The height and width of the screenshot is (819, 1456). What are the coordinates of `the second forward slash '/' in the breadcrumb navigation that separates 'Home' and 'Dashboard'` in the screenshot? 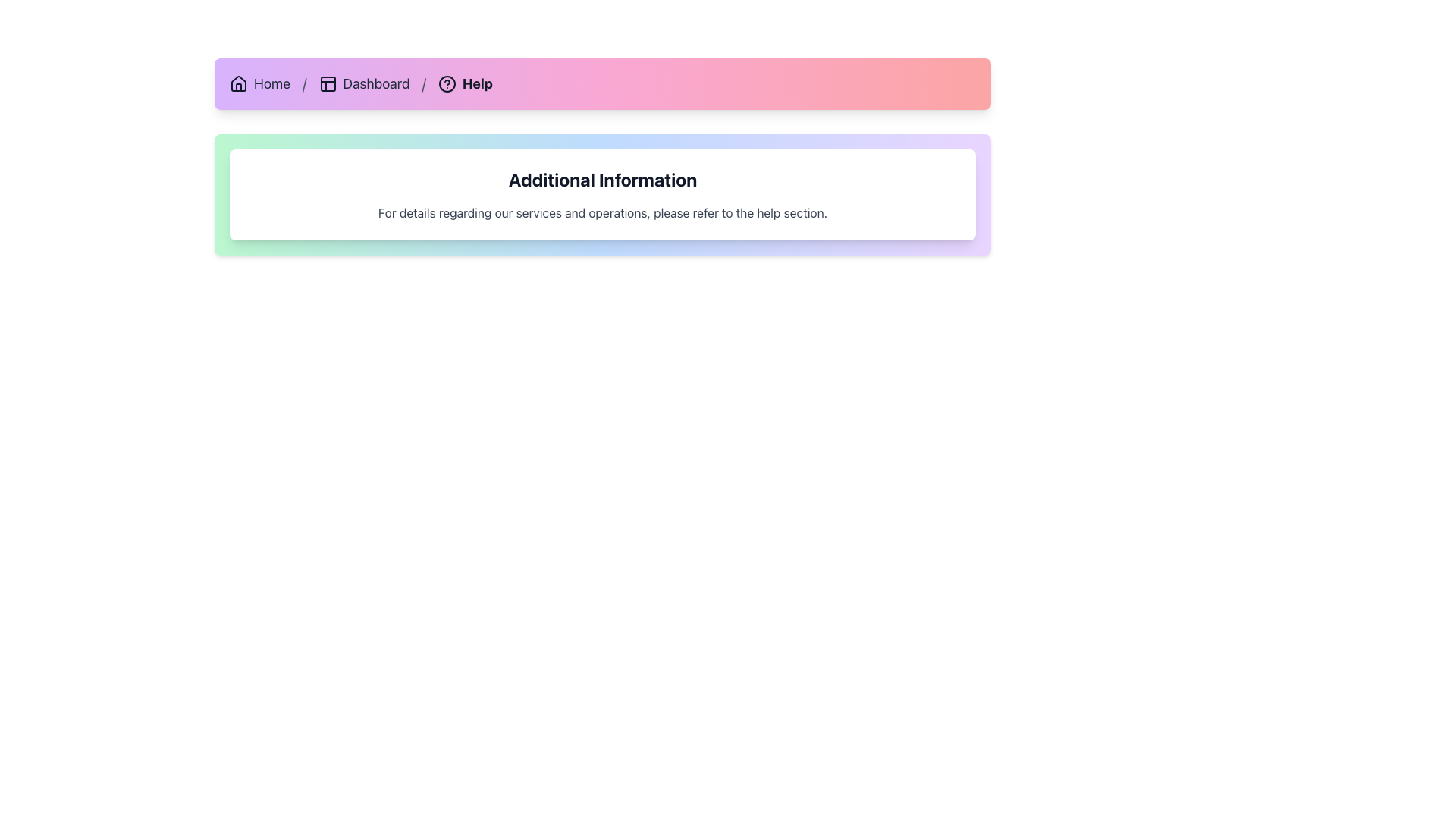 It's located at (303, 84).